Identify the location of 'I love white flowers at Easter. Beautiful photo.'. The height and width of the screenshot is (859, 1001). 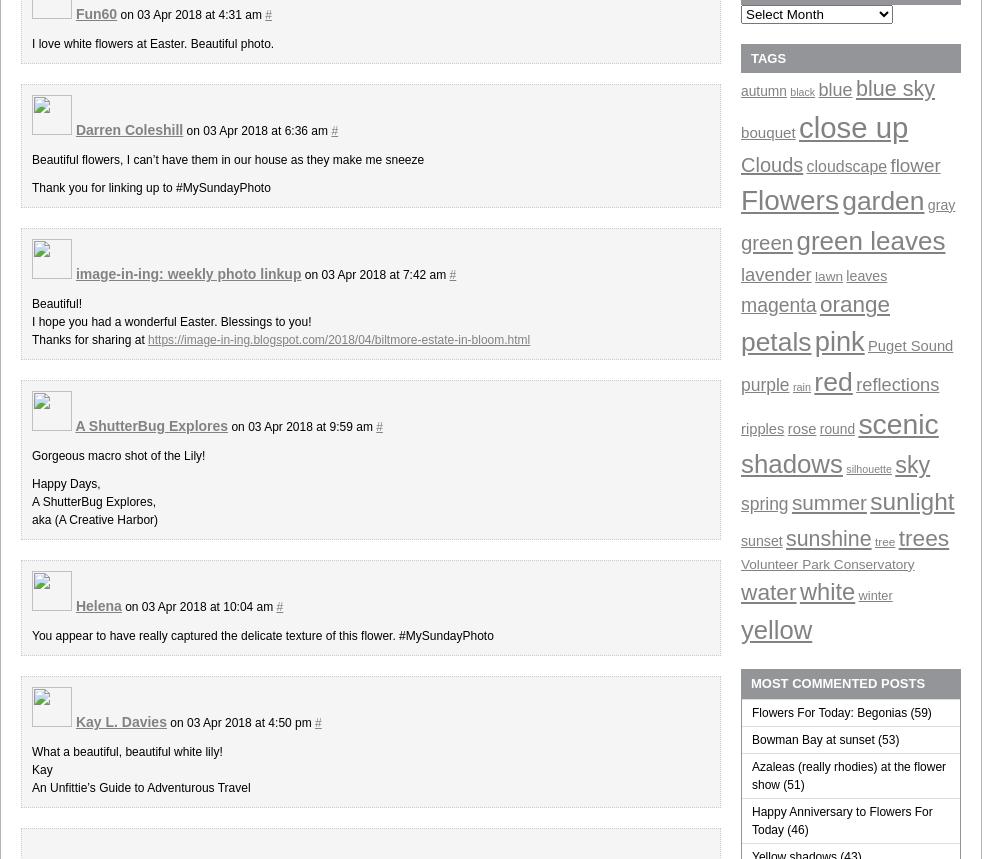
(152, 43).